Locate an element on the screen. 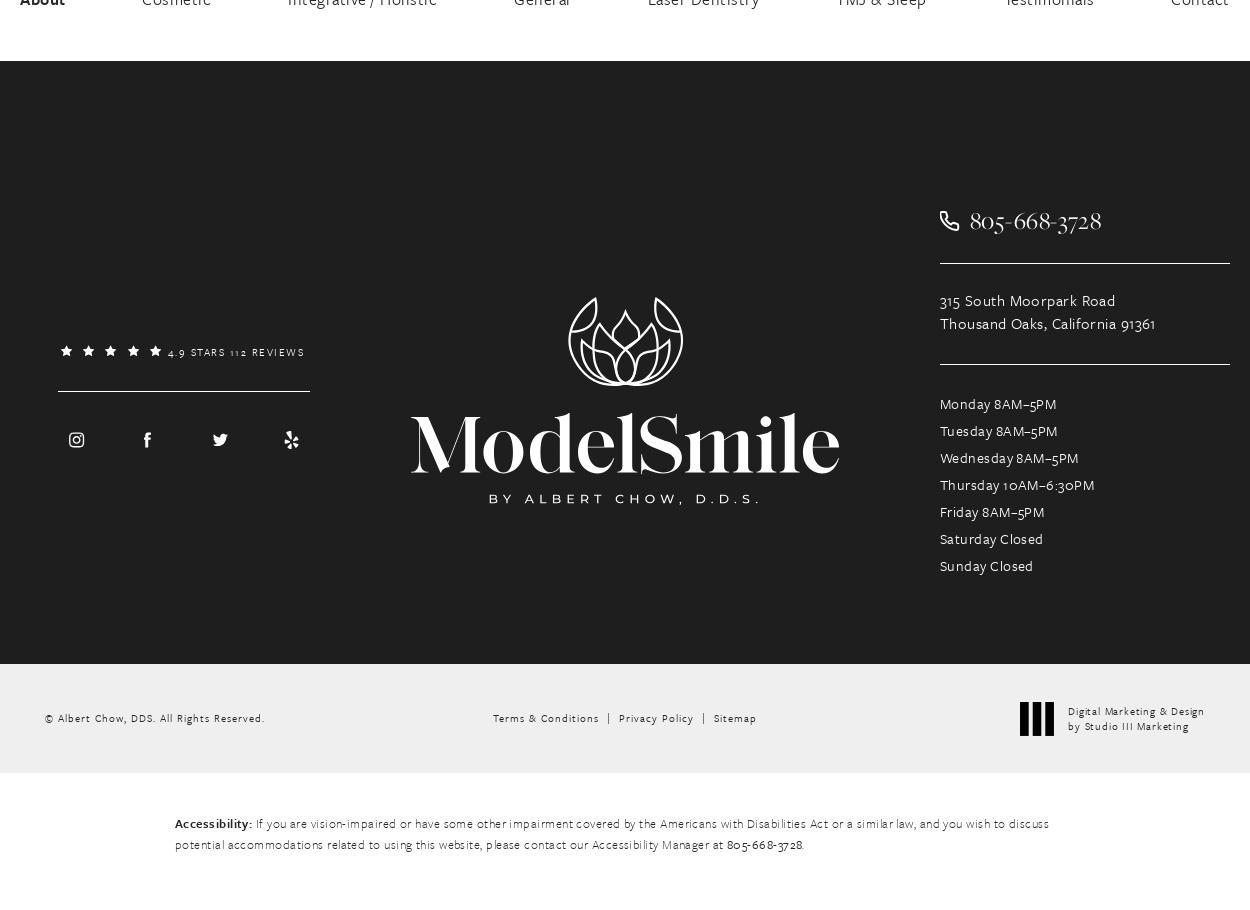 This screenshot has width=1250, height=910. 'Tuesday 8AM–5PM' is located at coordinates (939, 430).